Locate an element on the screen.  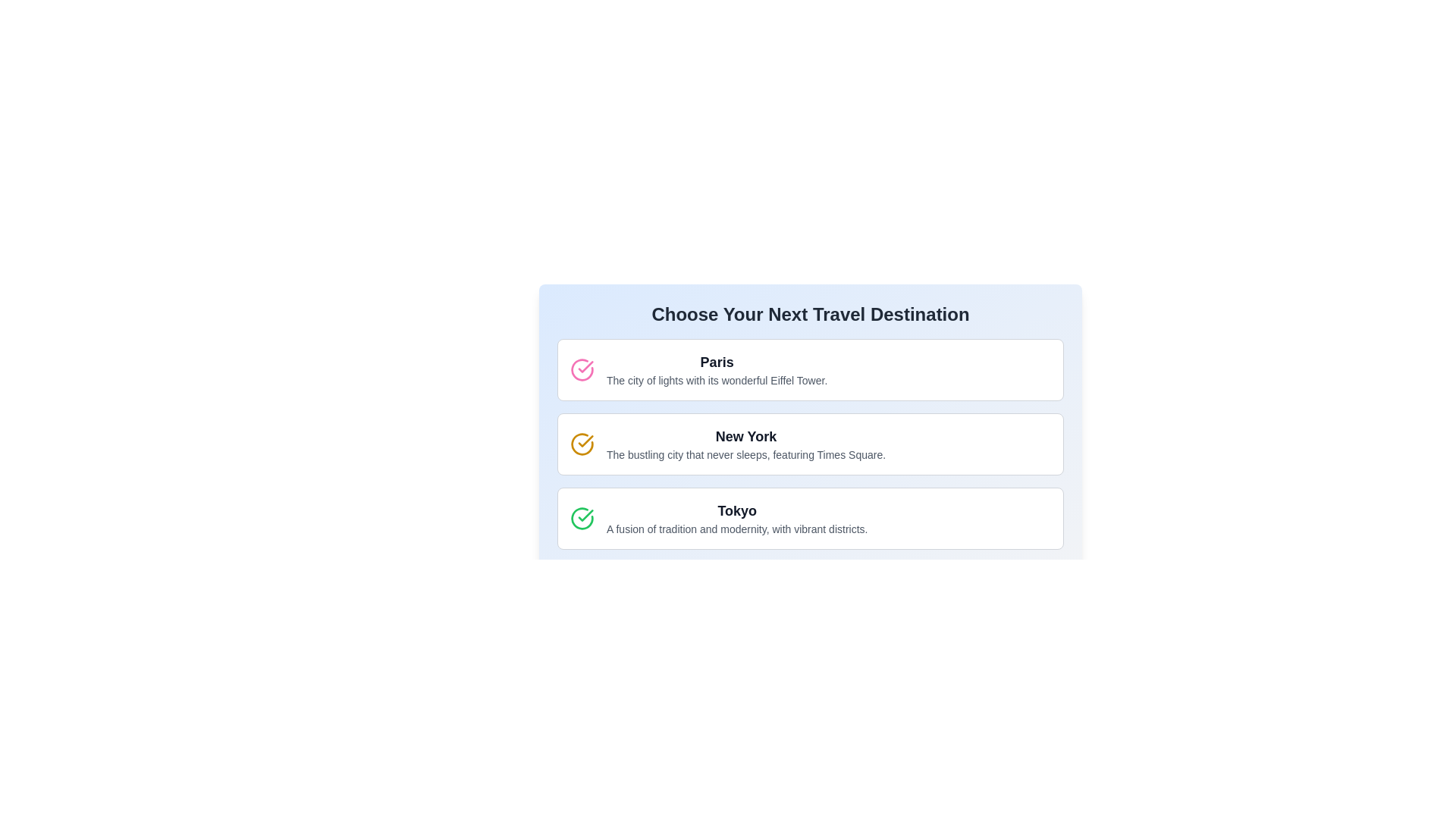
the informational text block that provides information about New York, located centrally in the 'Choose Your Next Travel Destination' section, which is the second option in a list of three is located at coordinates (745, 444).